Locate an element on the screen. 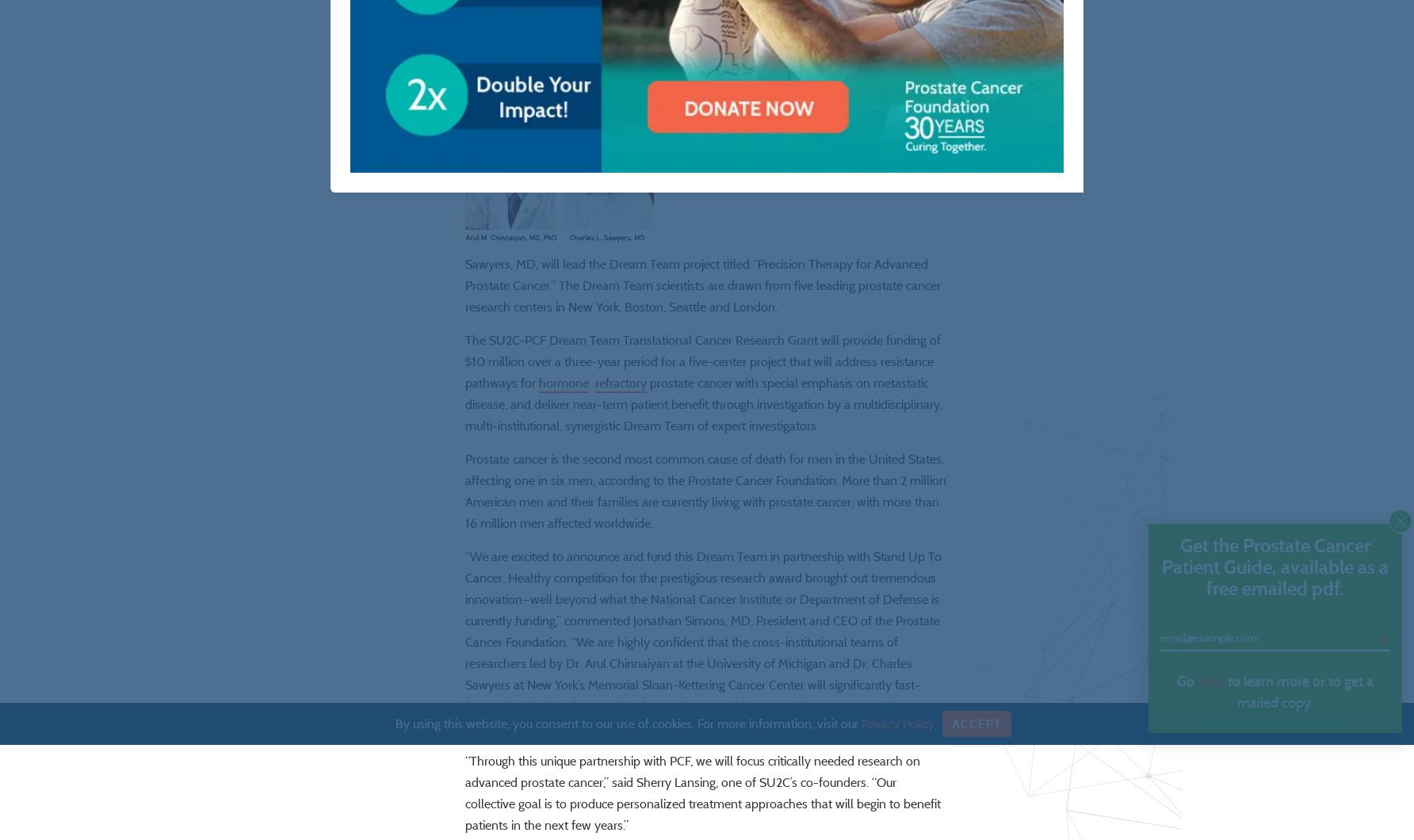 The height and width of the screenshot is (840, 1414). '“We are excited to announce and fund this Dream Team in partnership with Stand Up To Cancer. Healthy competition for the prestigious research award brought out tremendous innovation—well beyond what the National Cancer Institute or Department of Defense is currently funding,” commented Jonathan Simons, MD, President and CEO of the Prostate Cancer Foundation. “We are highly confident that the cross-institutional teams of researchers led by Dr. Arul Chinnaiyan at the University of Michigan and Dr. Charles Sawyers at New York’s Memorial Sloan-Kettering Cancer Center will significantly fast-forward actionable therapeutic sciences for men with metastatic, treatment-resistant prostate cancer.”' is located at coordinates (702, 686).